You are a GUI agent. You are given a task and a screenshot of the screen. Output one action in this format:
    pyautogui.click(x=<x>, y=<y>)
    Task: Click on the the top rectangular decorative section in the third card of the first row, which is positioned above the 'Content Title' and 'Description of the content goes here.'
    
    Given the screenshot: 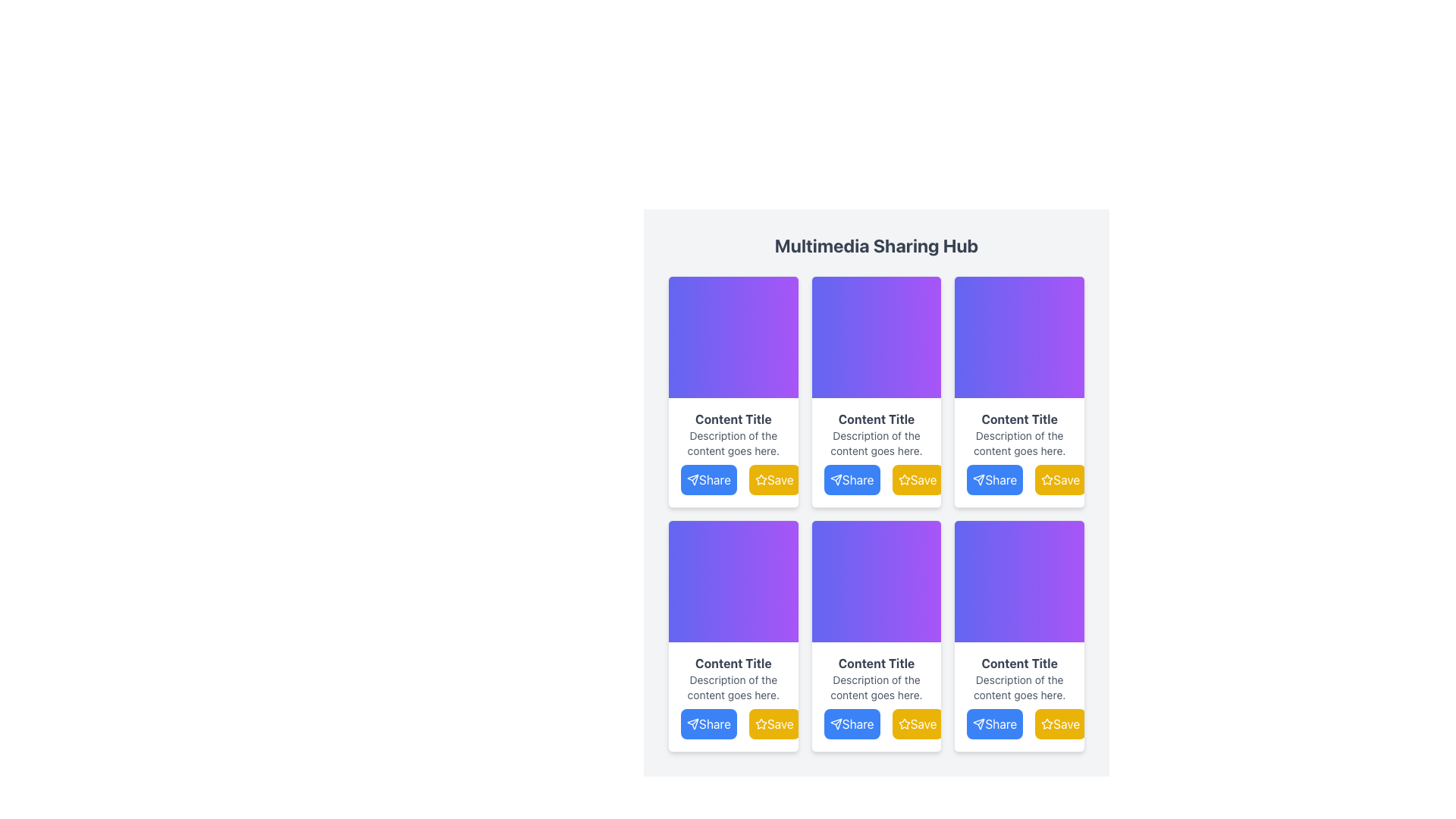 What is the action you would take?
    pyautogui.click(x=1019, y=336)
    